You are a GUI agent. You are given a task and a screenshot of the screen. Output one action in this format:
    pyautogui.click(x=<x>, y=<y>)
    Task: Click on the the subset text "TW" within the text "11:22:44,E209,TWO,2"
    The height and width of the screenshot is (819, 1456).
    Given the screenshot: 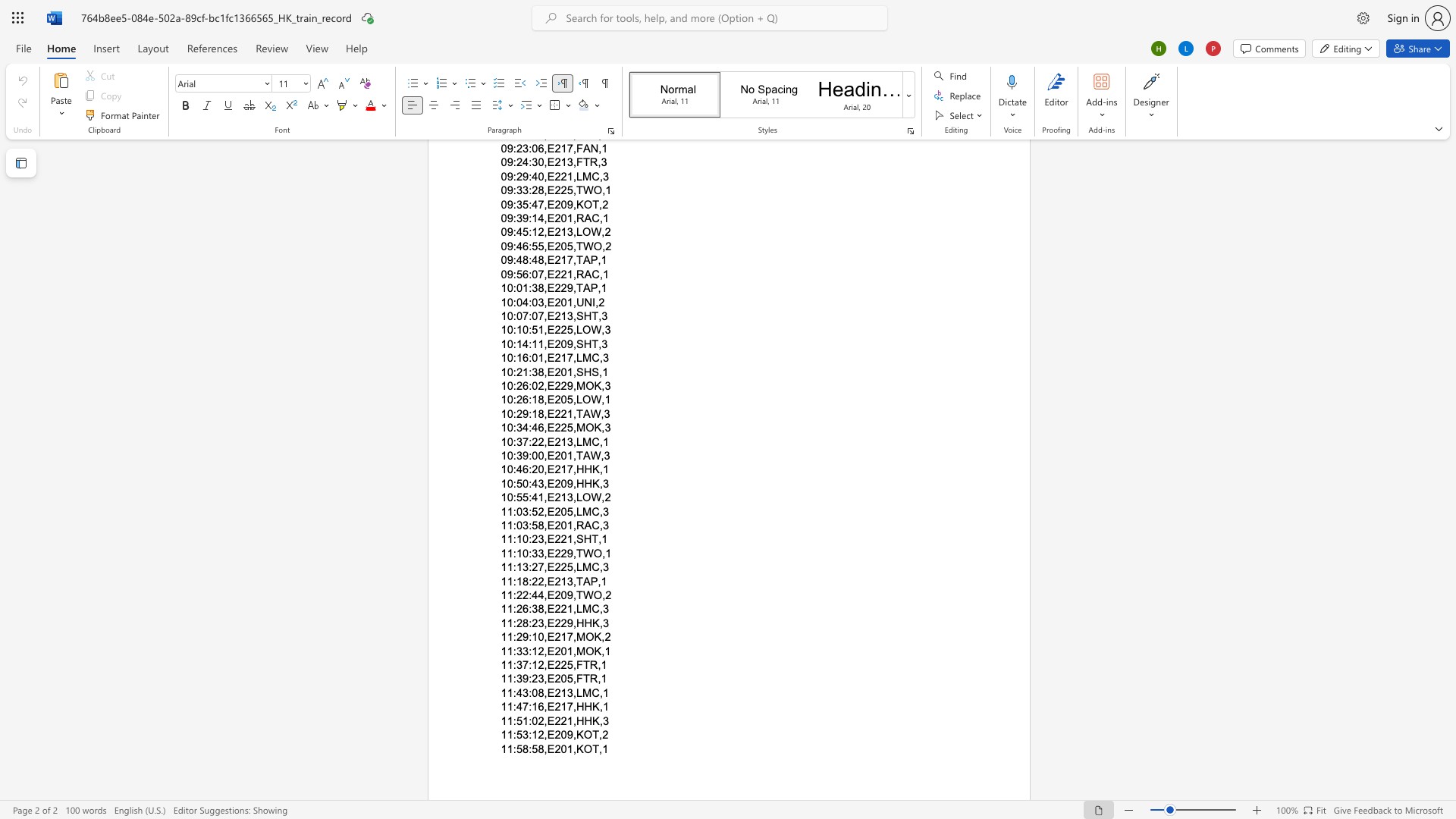 What is the action you would take?
    pyautogui.click(x=575, y=595)
    